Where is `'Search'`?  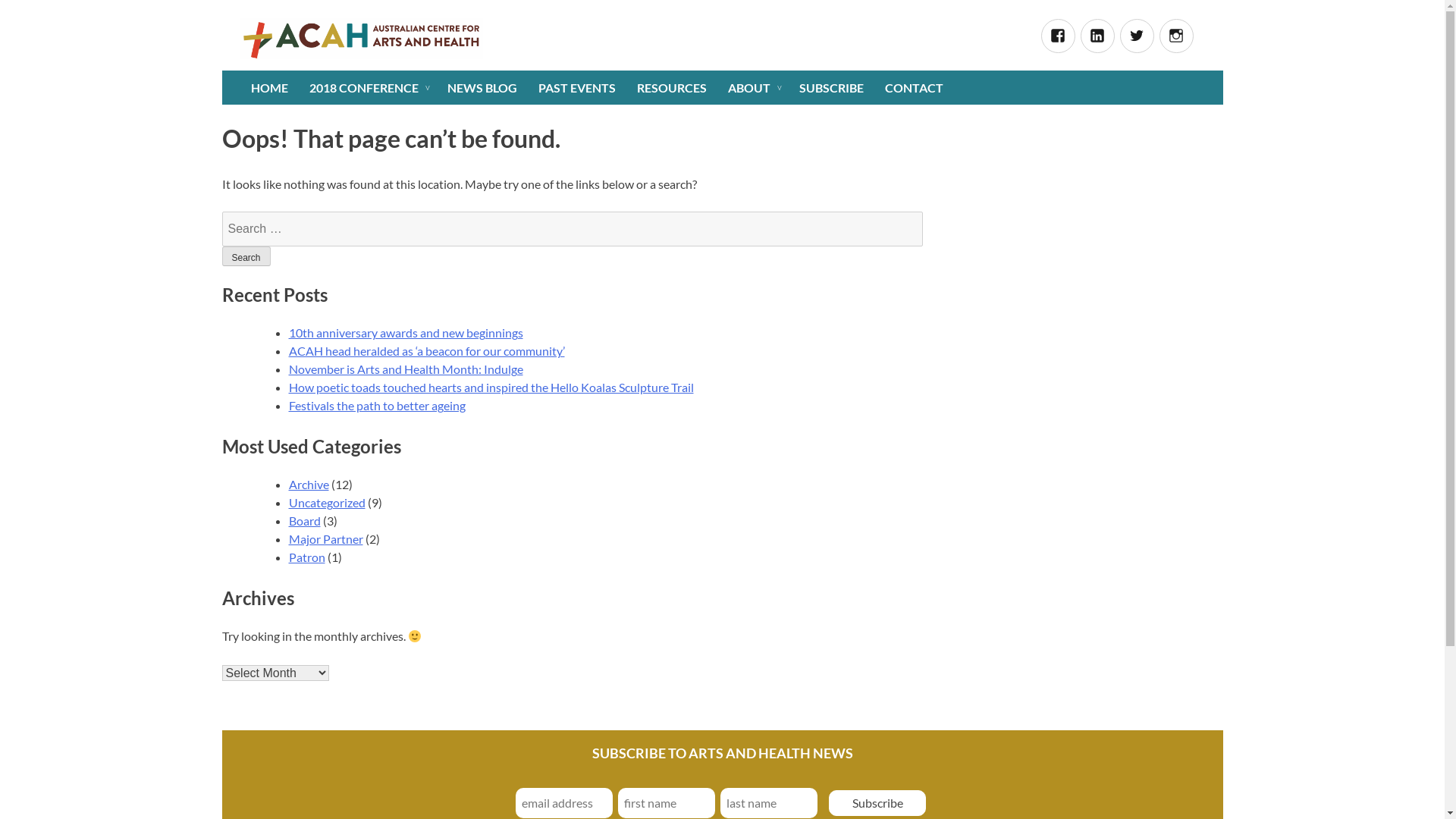 'Search' is located at coordinates (246, 256).